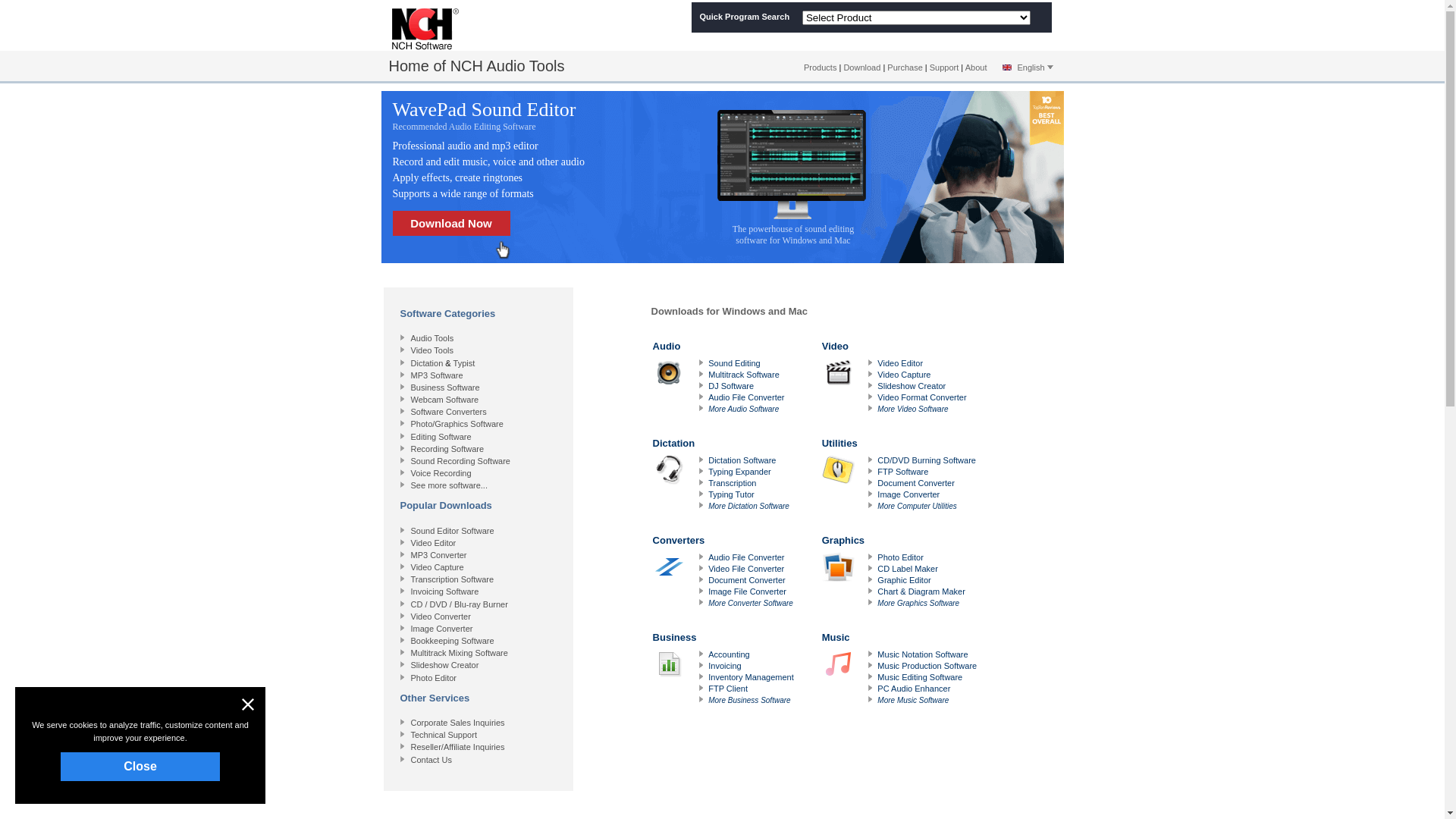 The height and width of the screenshot is (819, 1456). What do you see at coordinates (746, 579) in the screenshot?
I see `'Document Converter'` at bounding box center [746, 579].